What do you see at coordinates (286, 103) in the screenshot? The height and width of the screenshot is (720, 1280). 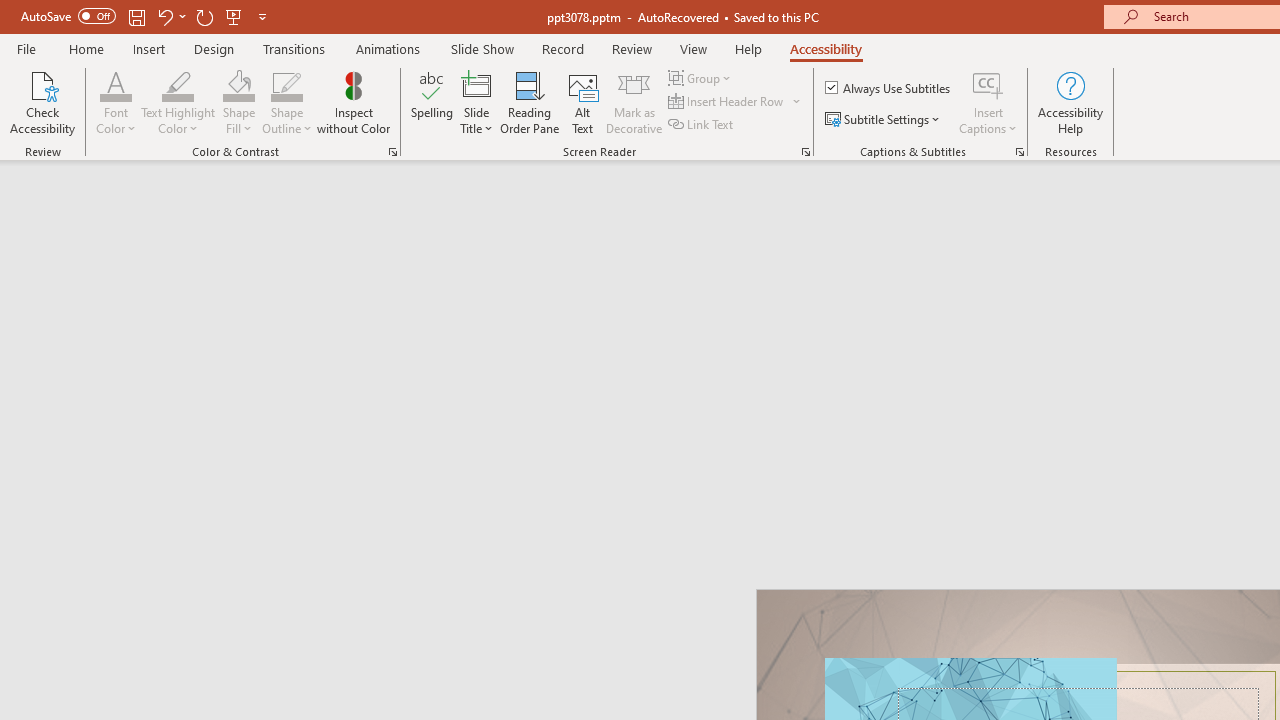 I see `'Shape Outline'` at bounding box center [286, 103].